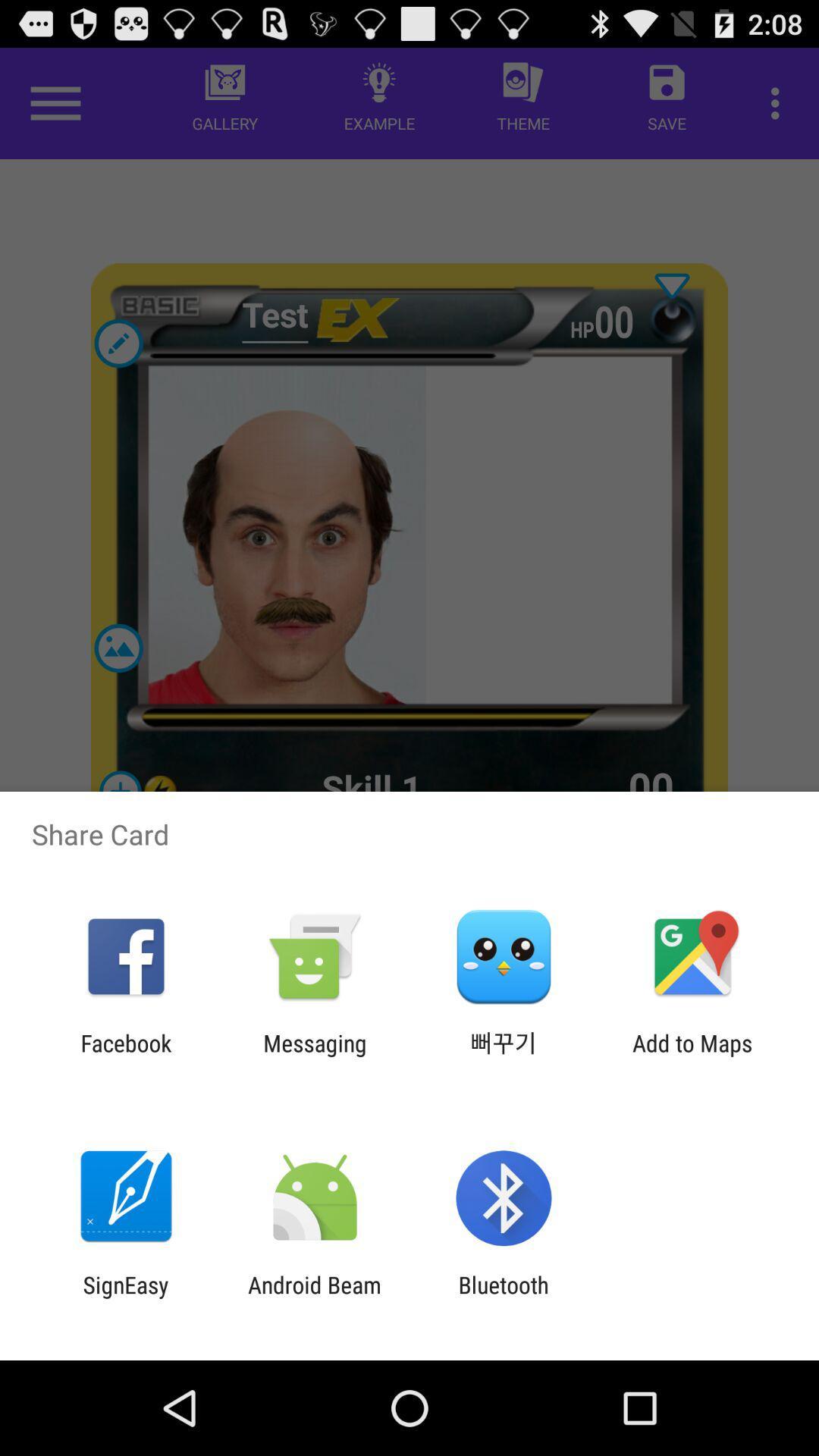 This screenshot has height=1456, width=819. I want to click on the item next to the bluetooth, so click(314, 1298).